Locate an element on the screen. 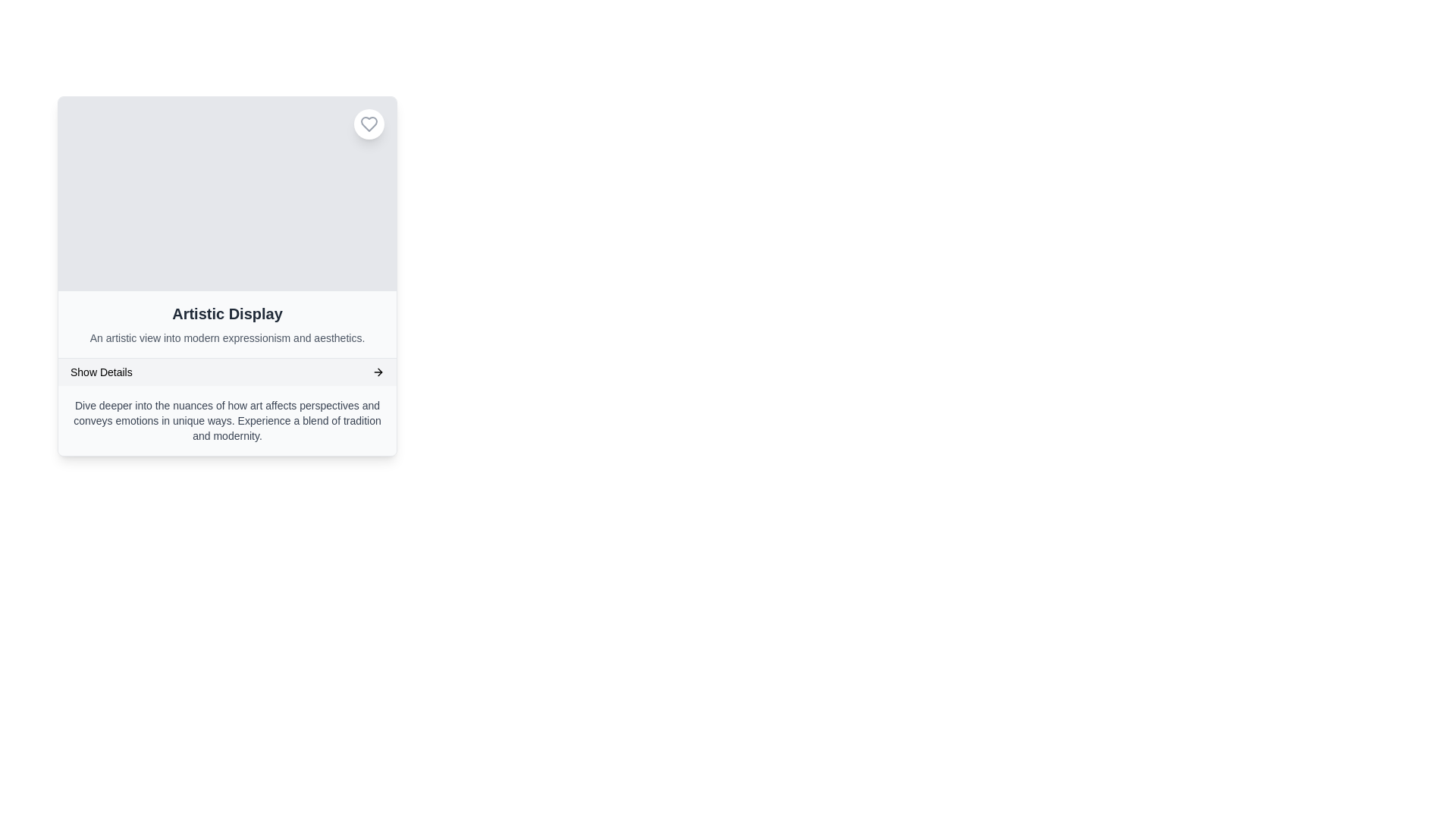  text in the textual area containing the title 'Artistic Display' and the description 'An artistic view into modern expressionism and aesthetics.' located in the upper section of the card interface, below the image placeholder and above the 'Show Details' button is located at coordinates (226, 324).